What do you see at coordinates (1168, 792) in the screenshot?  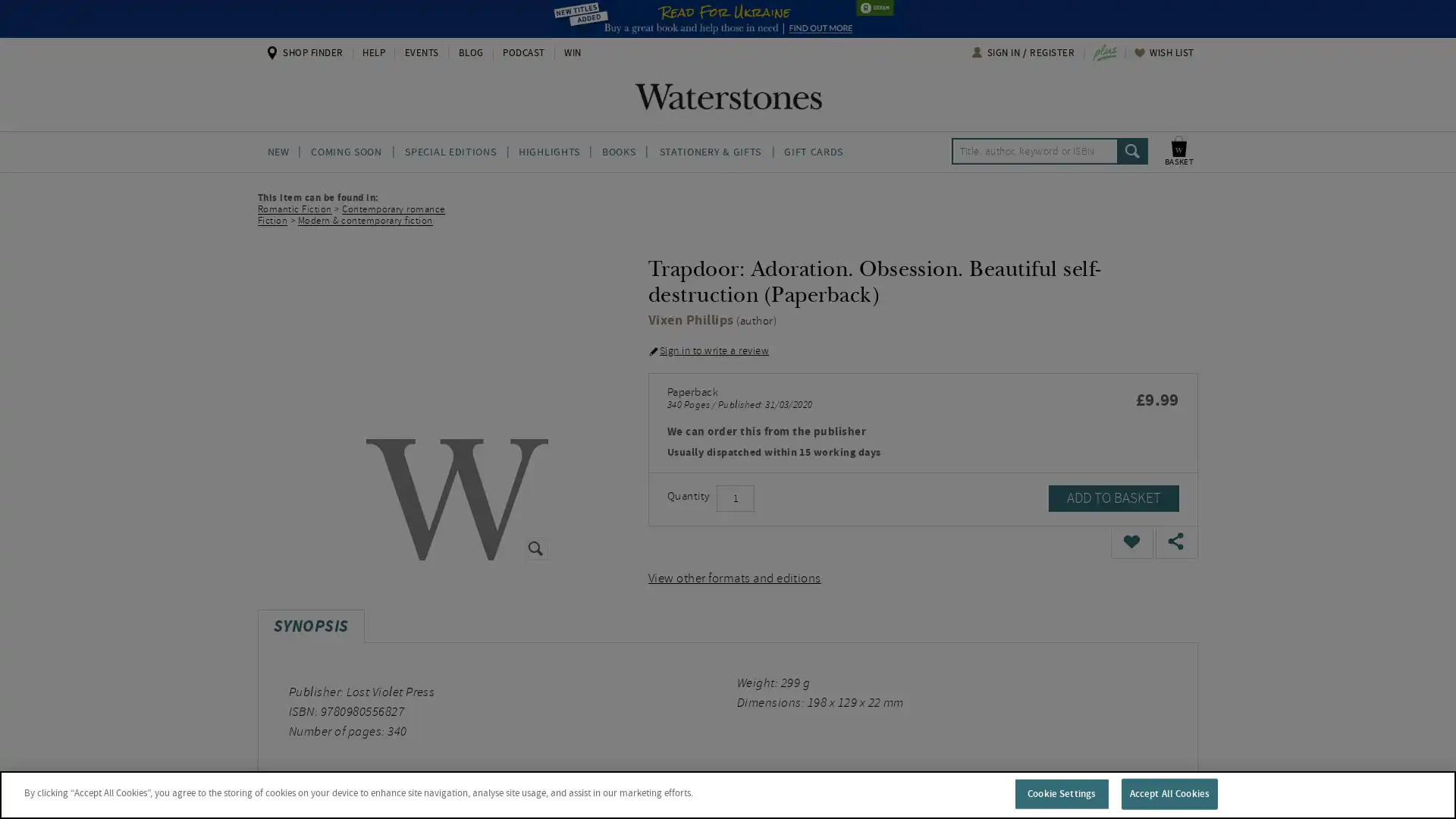 I see `Accept All Cookies` at bounding box center [1168, 792].